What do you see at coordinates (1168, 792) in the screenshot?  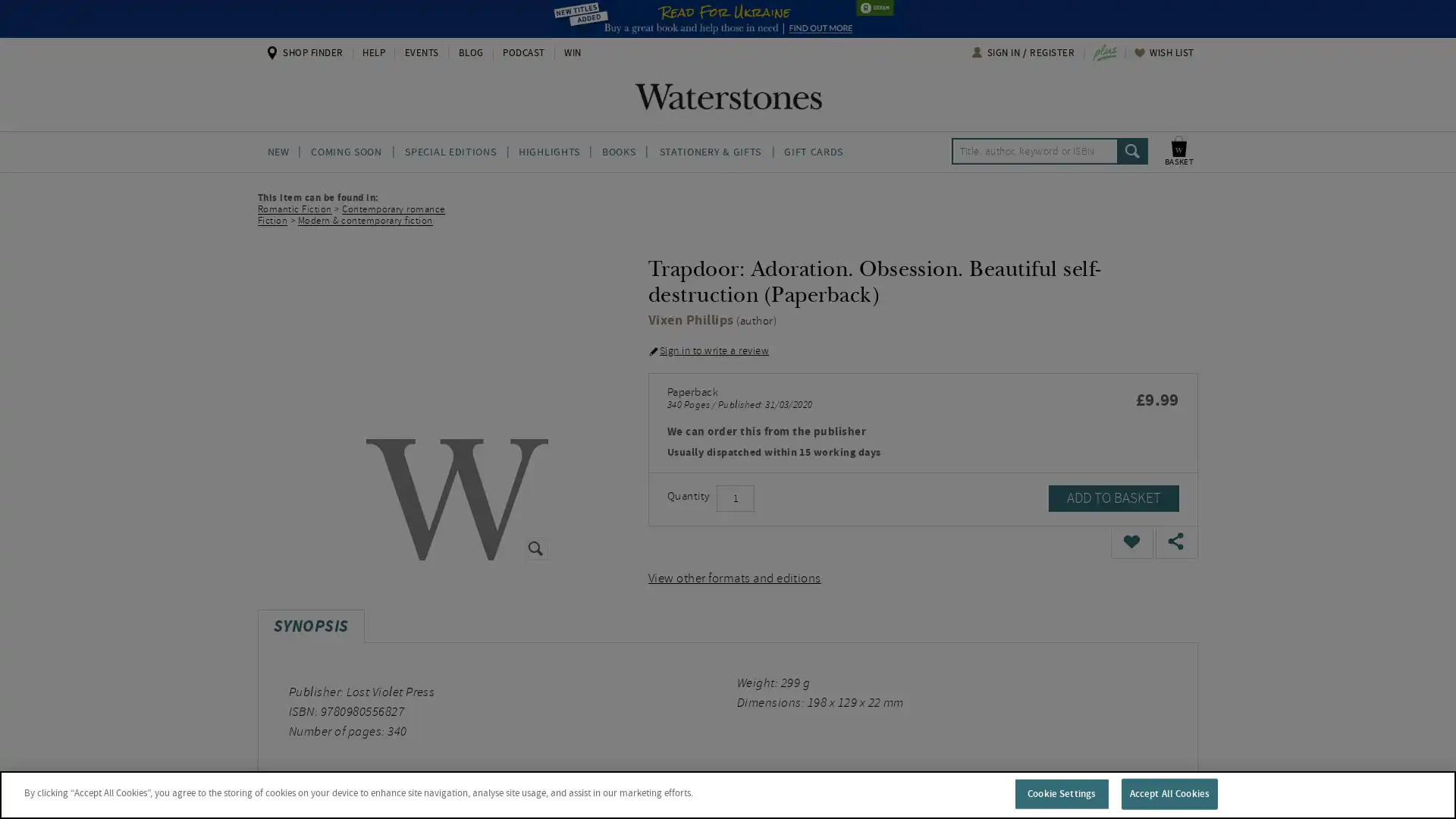 I see `Accept All Cookies` at bounding box center [1168, 792].